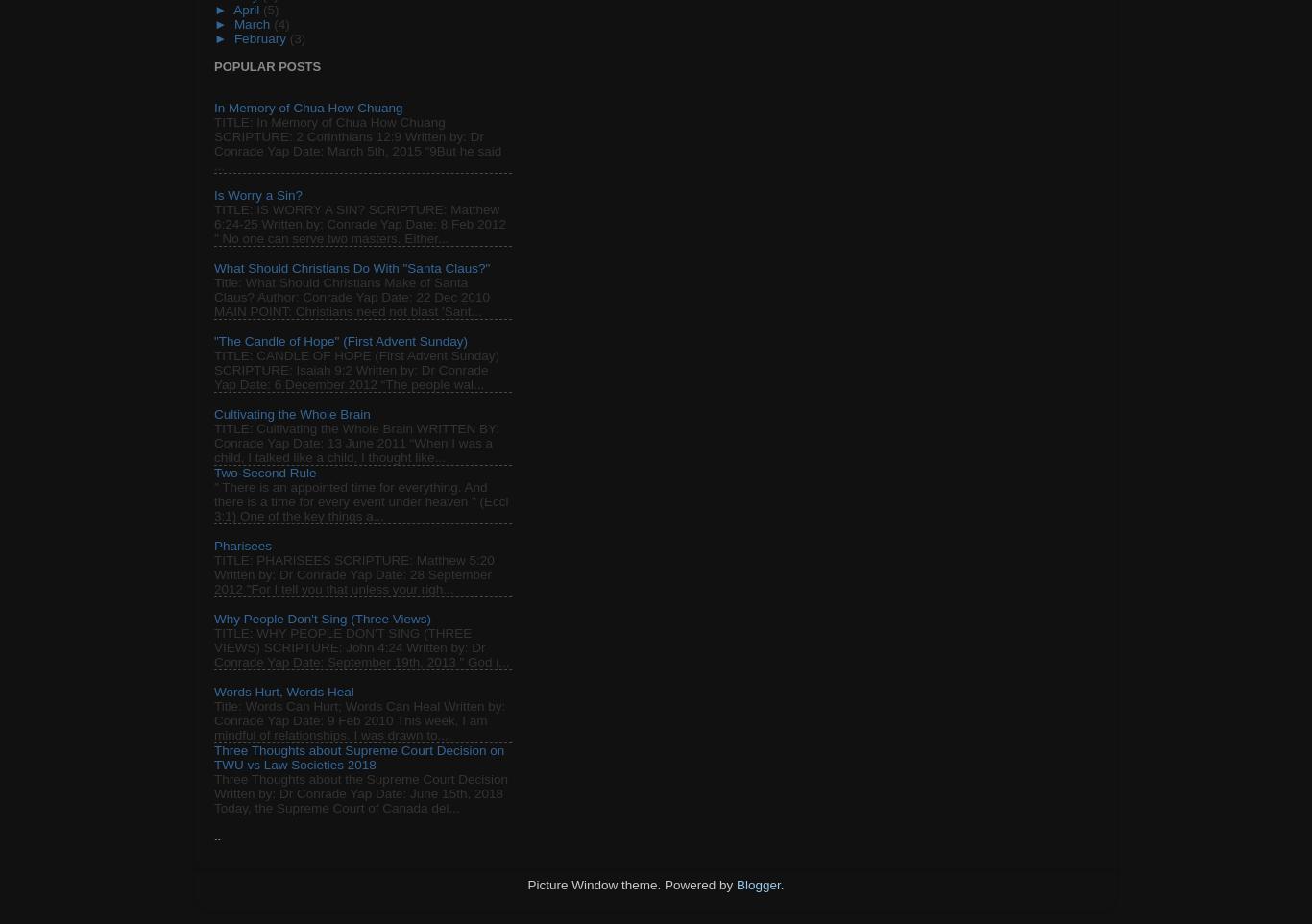  I want to click on 'TITLE: Cultivating the Whole Brain  WRITTEN BY: Conrade Yap  Date: 13 June 2011   “When I was a child, I talked like a child, I thought like...', so click(355, 443).